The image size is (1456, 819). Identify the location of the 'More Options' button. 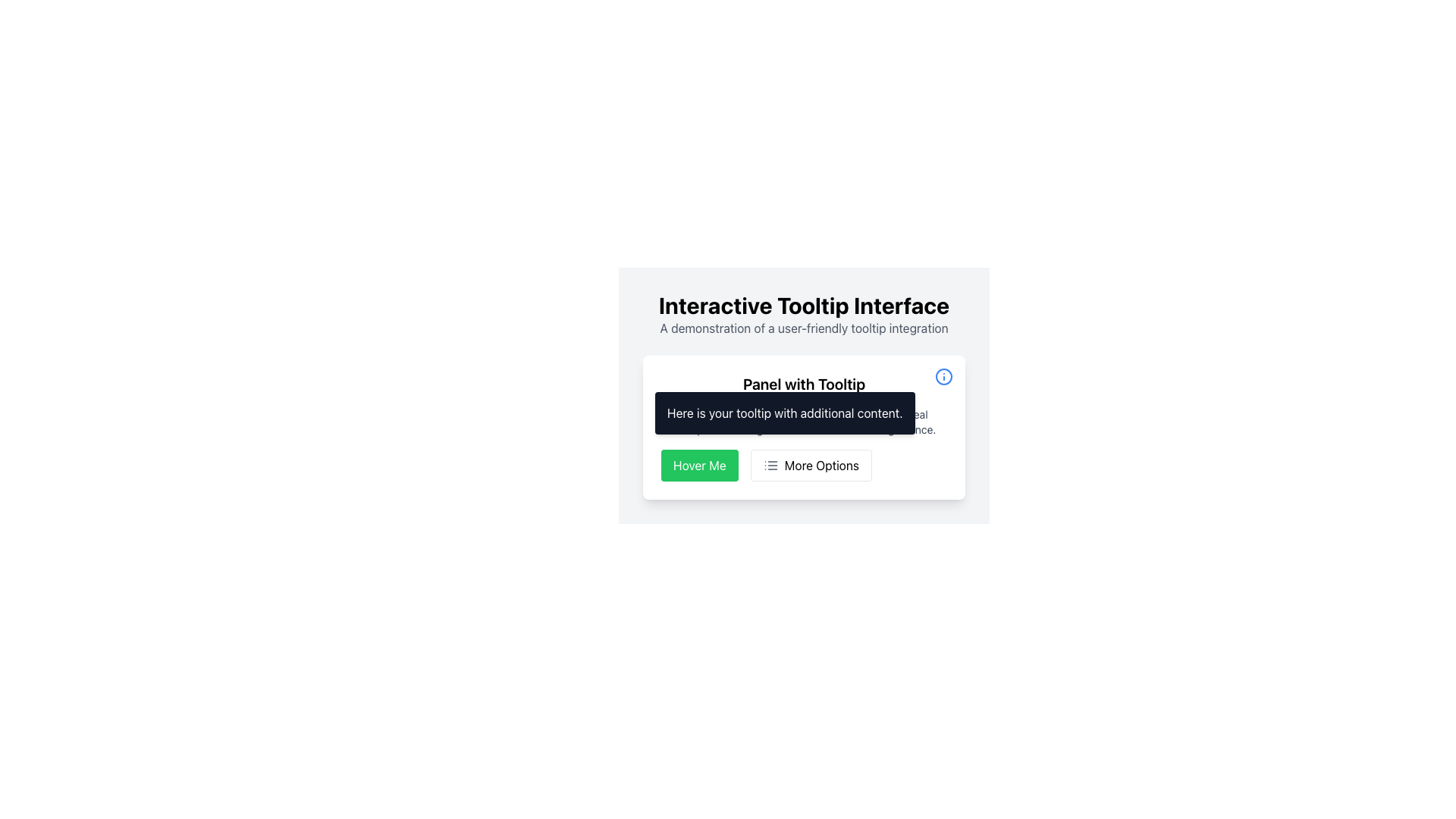
(810, 464).